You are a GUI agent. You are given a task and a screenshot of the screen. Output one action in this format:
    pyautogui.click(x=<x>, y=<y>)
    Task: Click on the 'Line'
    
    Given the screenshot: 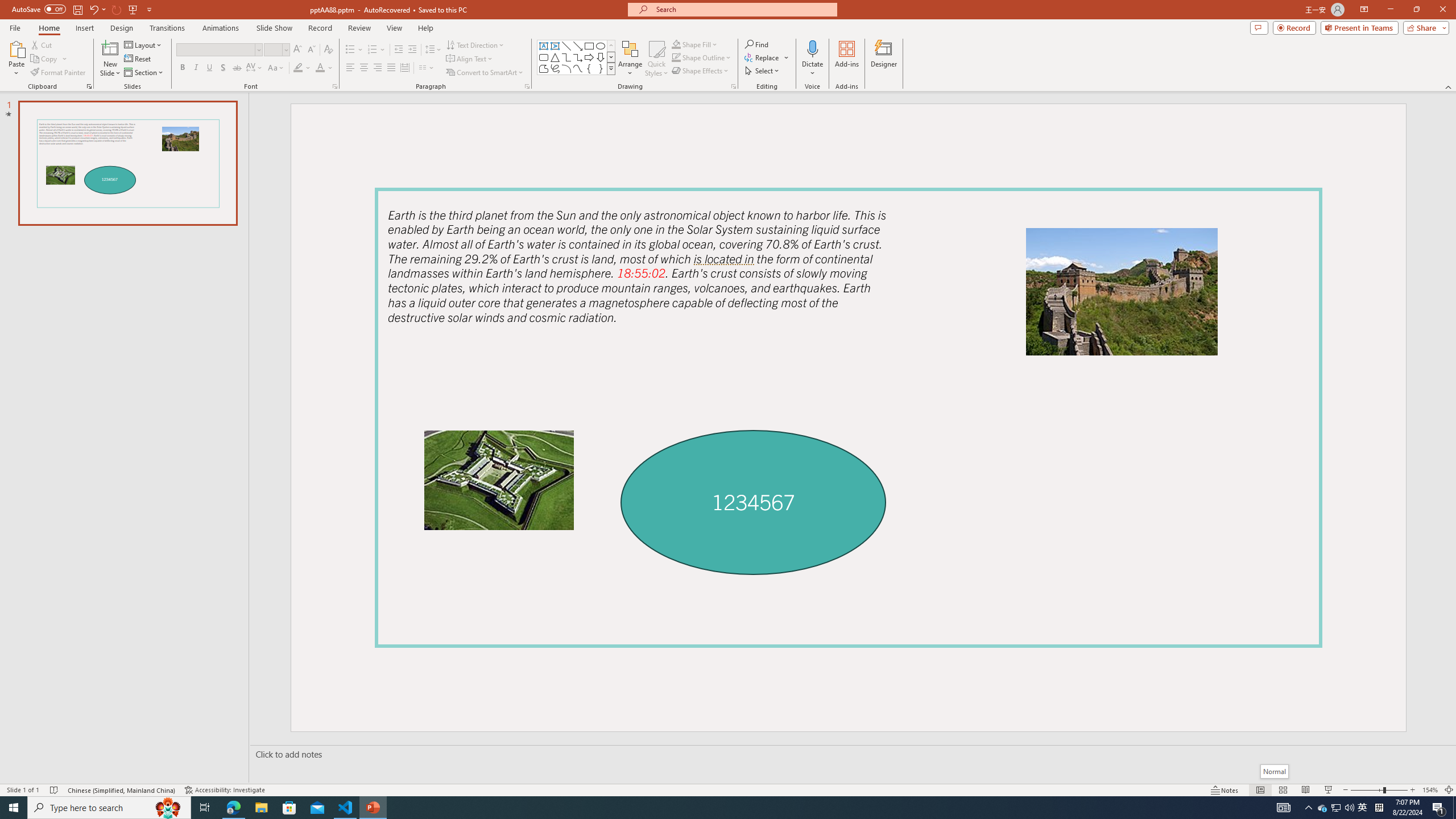 What is the action you would take?
    pyautogui.click(x=565, y=45)
    